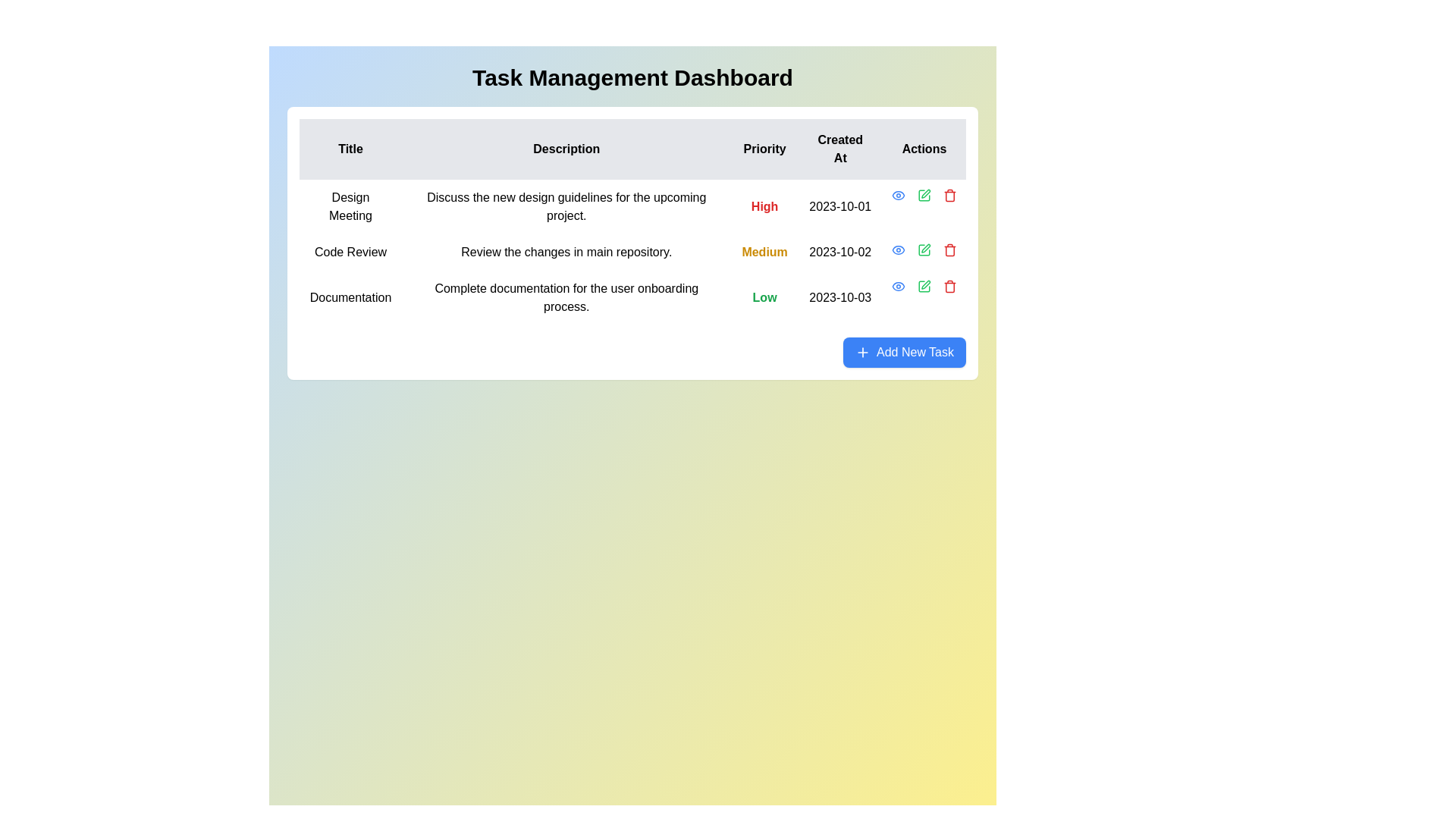 The image size is (1456, 819). I want to click on the trash icon in the 'Actions' column of the task table corresponding to the 'Documentation' row, so click(949, 196).